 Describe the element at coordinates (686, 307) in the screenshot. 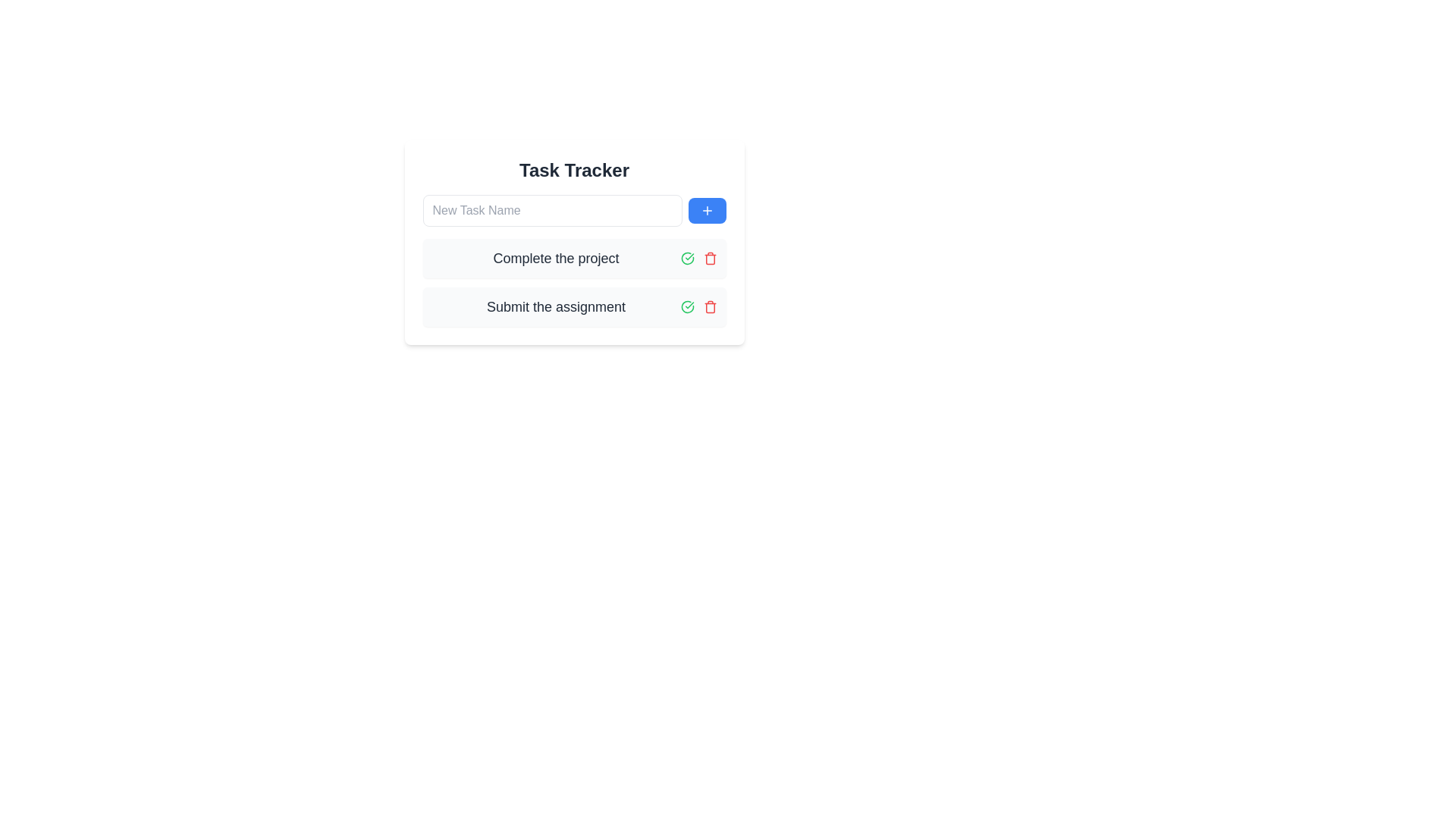

I see `the interactive icon located to the right of the text 'Complete the project' to mark the task as completed` at that location.